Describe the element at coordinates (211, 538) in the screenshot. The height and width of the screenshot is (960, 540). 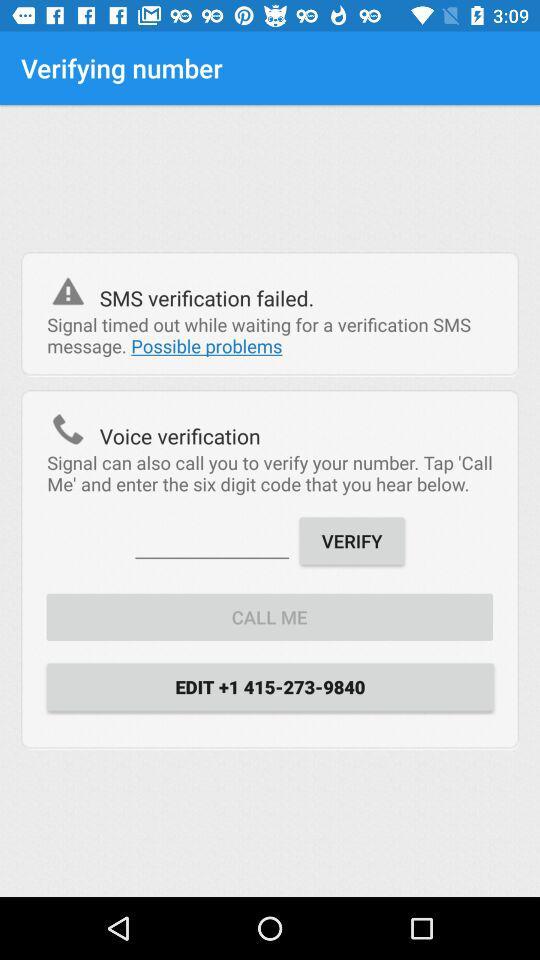
I see `item below the signal can also icon` at that location.